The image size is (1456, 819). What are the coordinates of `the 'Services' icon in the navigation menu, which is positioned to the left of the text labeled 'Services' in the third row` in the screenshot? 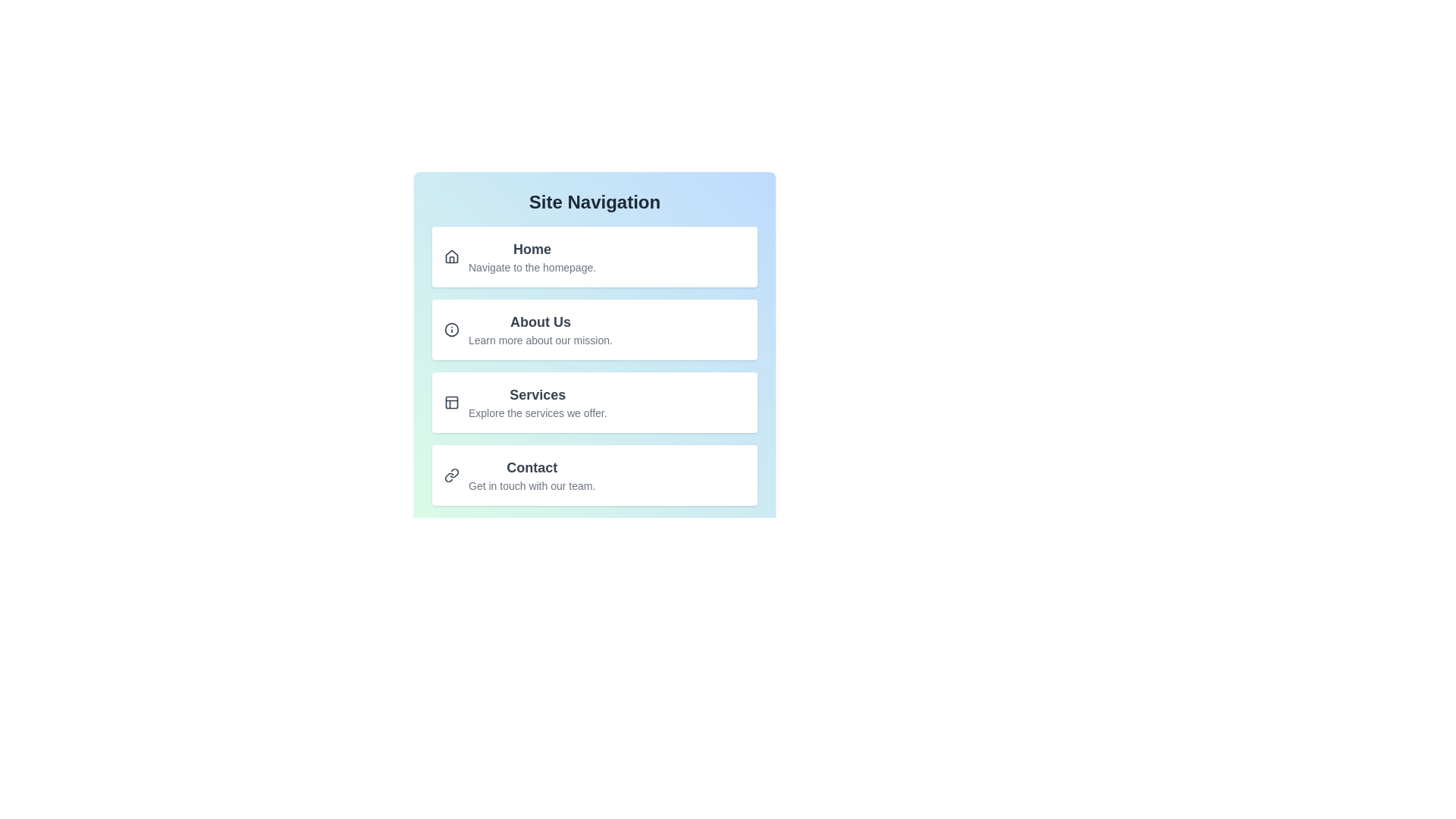 It's located at (450, 402).